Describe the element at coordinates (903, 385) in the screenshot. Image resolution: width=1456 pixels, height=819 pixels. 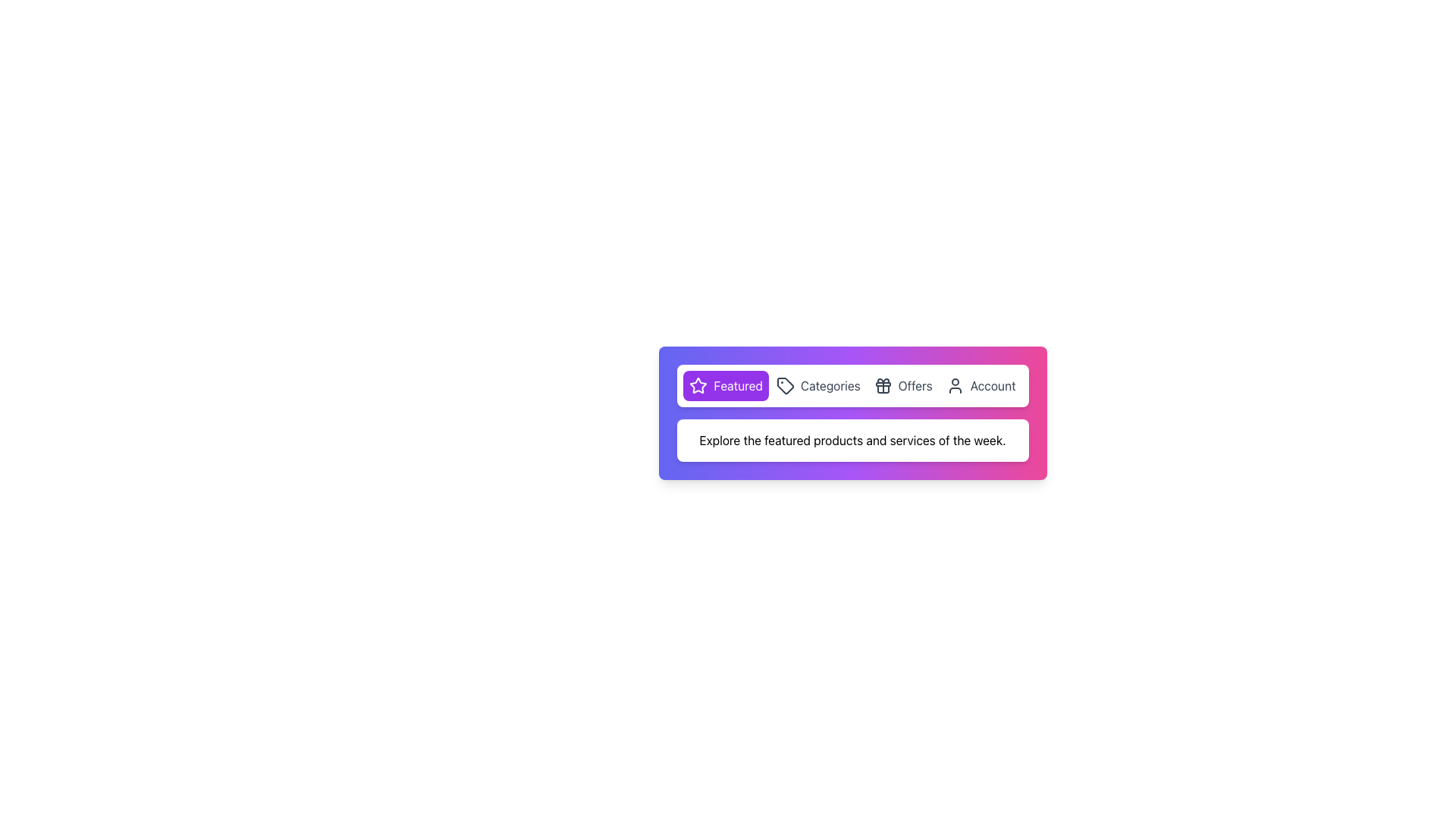
I see `the 'Offers' button in the navigation bar` at that location.